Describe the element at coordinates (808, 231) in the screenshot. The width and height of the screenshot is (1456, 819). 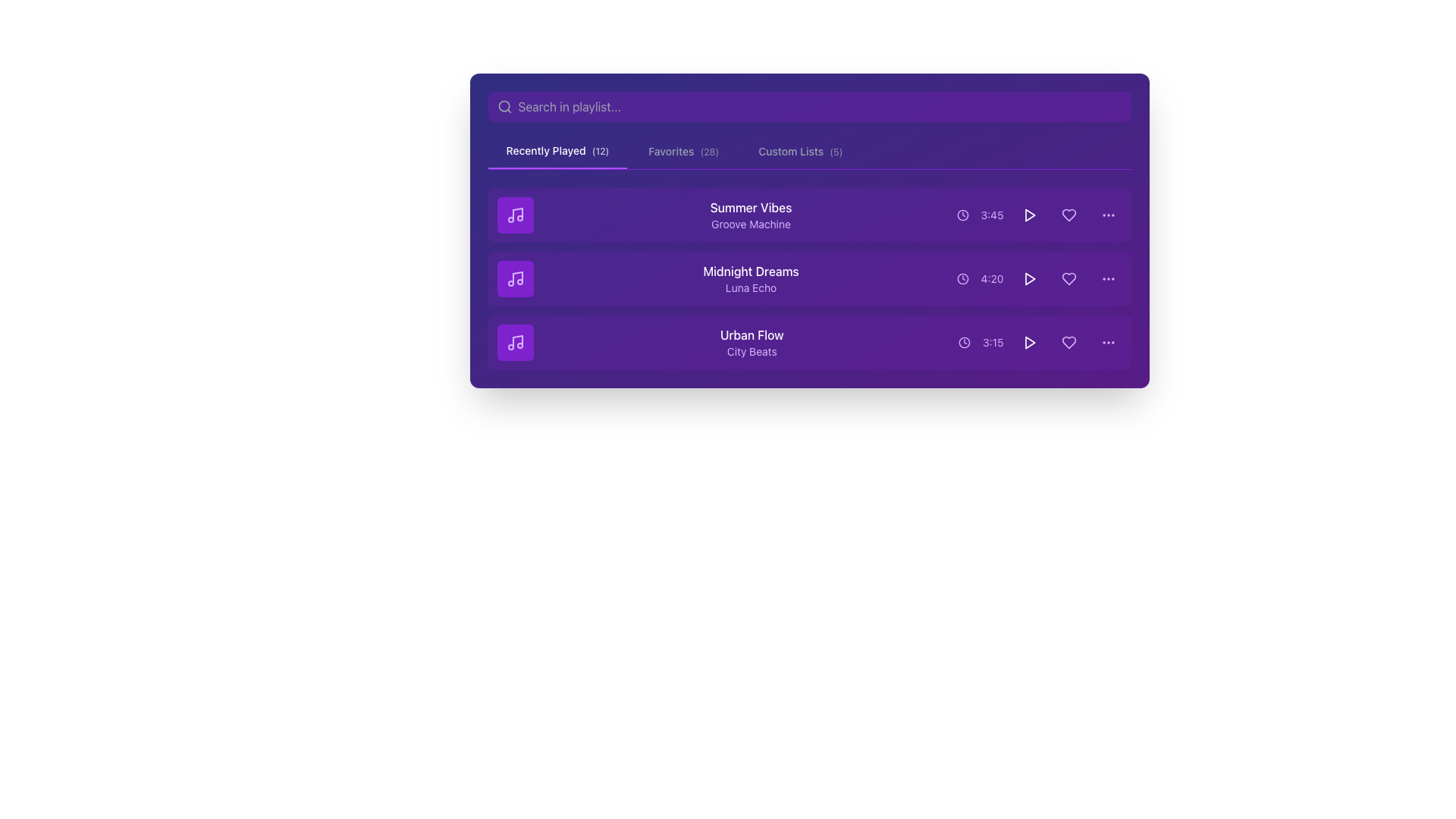
I see `the play button on the music entry 'Summer Vibes' by Groove Machine` at that location.